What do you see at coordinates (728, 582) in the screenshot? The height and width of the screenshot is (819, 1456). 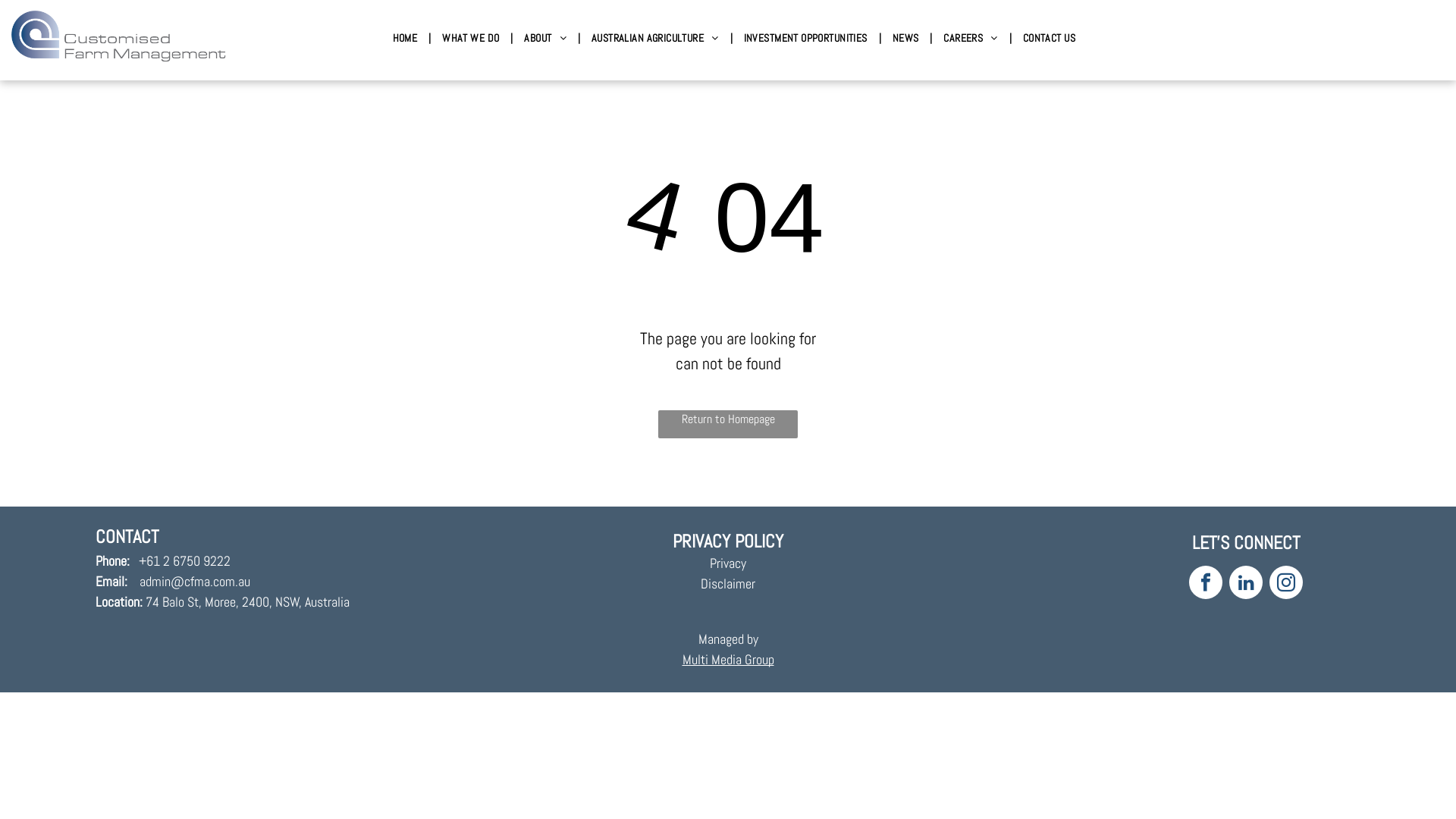 I see `'Disclaimer'` at bounding box center [728, 582].